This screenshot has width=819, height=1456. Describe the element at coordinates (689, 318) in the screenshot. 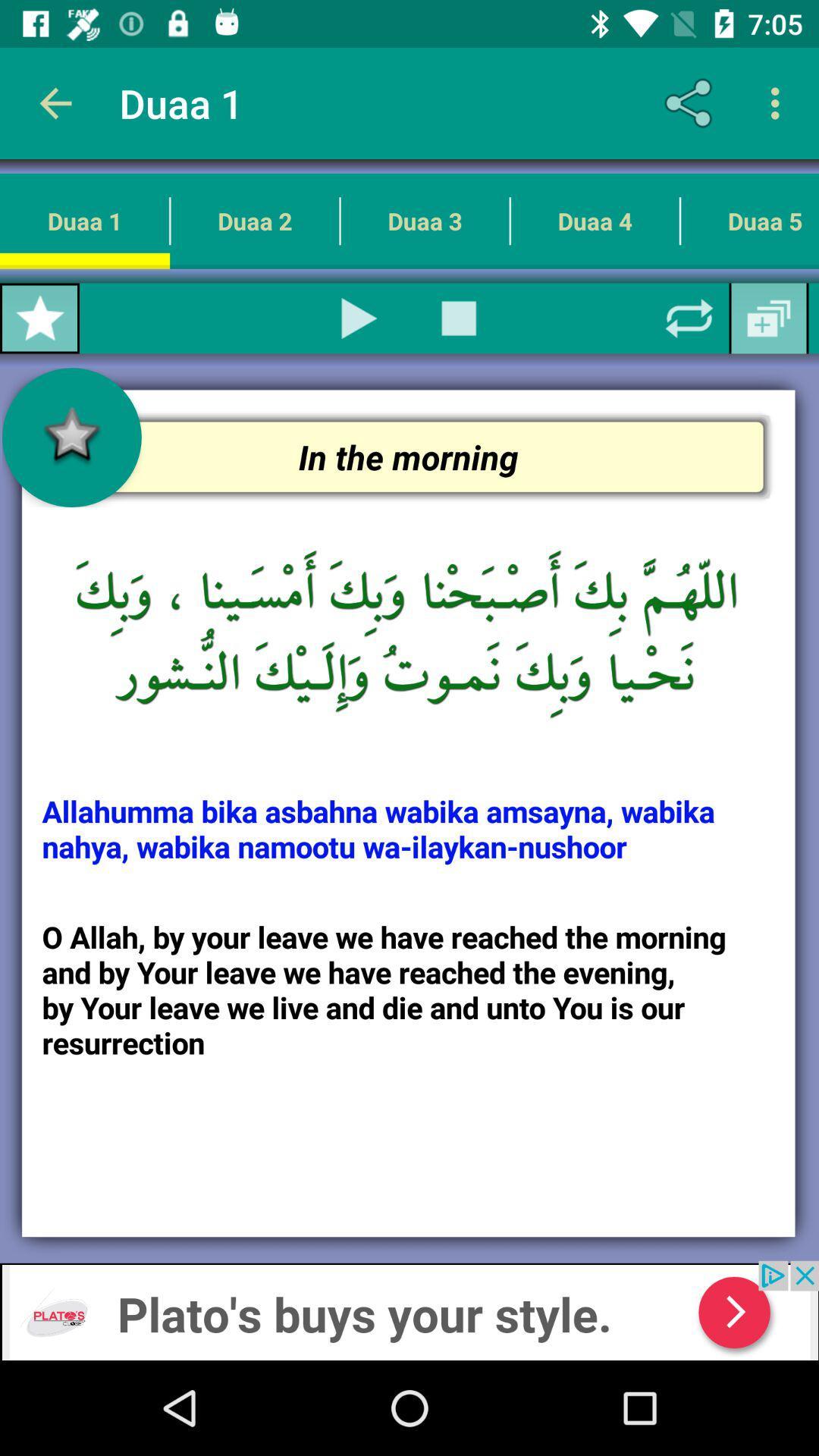

I see `refresh items` at that location.